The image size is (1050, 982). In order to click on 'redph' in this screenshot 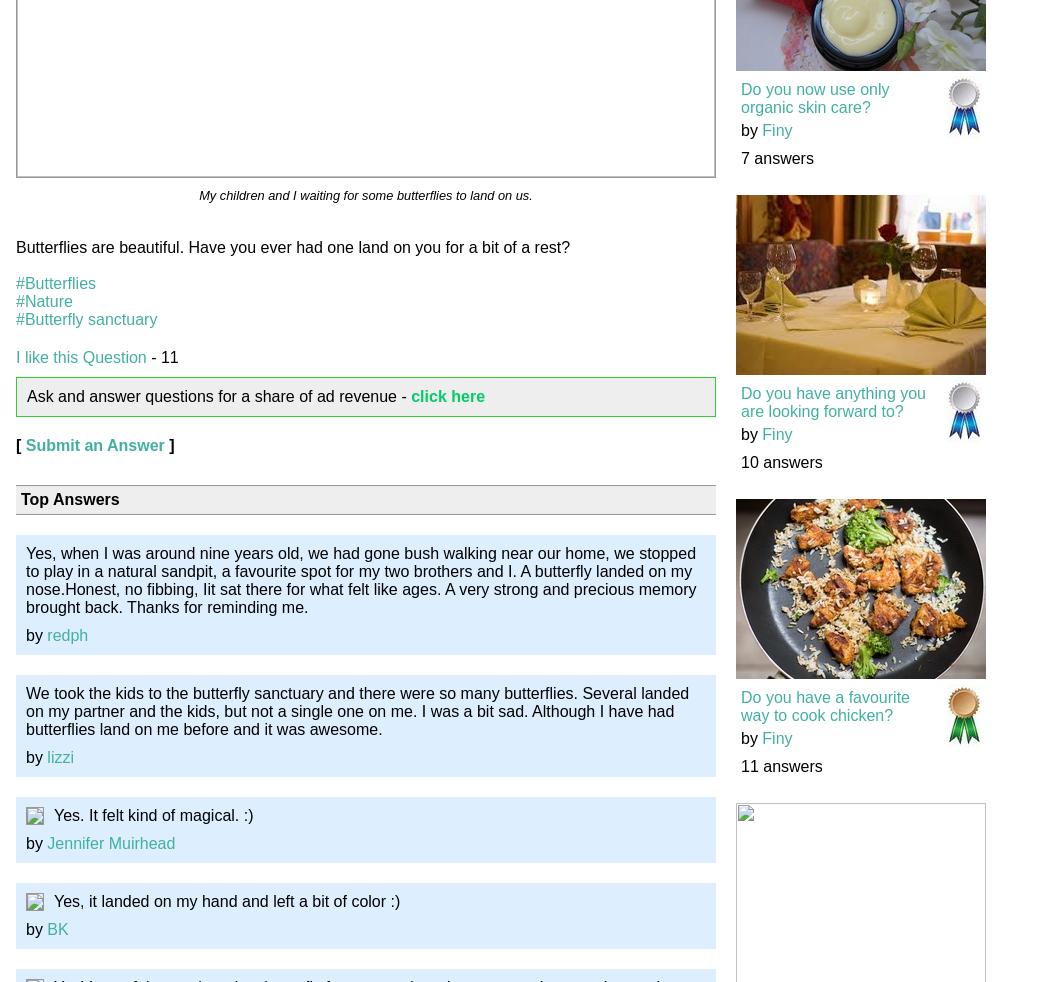, I will do `click(66, 633)`.